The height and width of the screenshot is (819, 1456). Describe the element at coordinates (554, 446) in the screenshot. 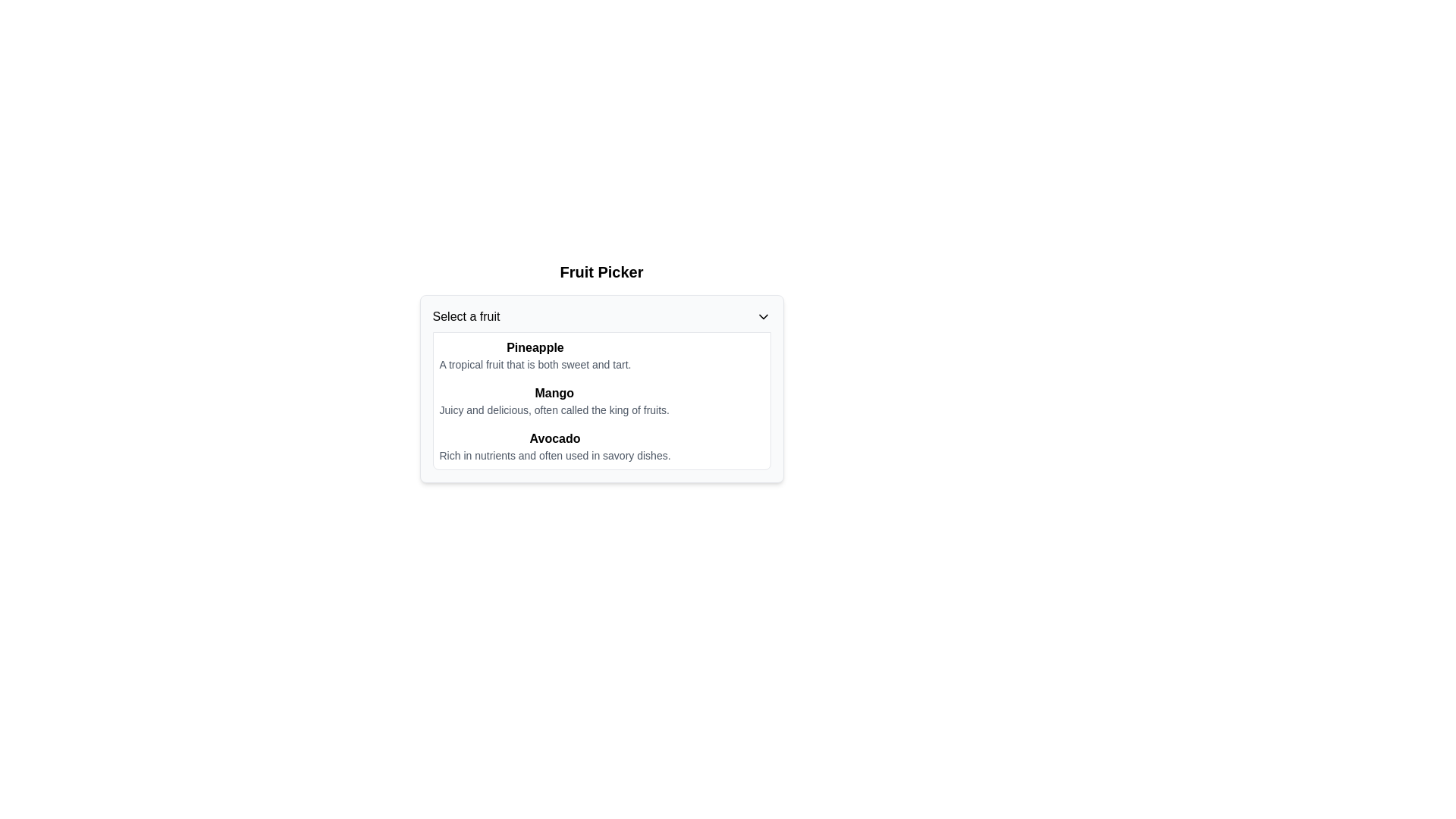

I see `the informational entry for 'Avocado' located in the dropdown menu, which is the third item in a vertically-stacked list of fruit options` at that location.